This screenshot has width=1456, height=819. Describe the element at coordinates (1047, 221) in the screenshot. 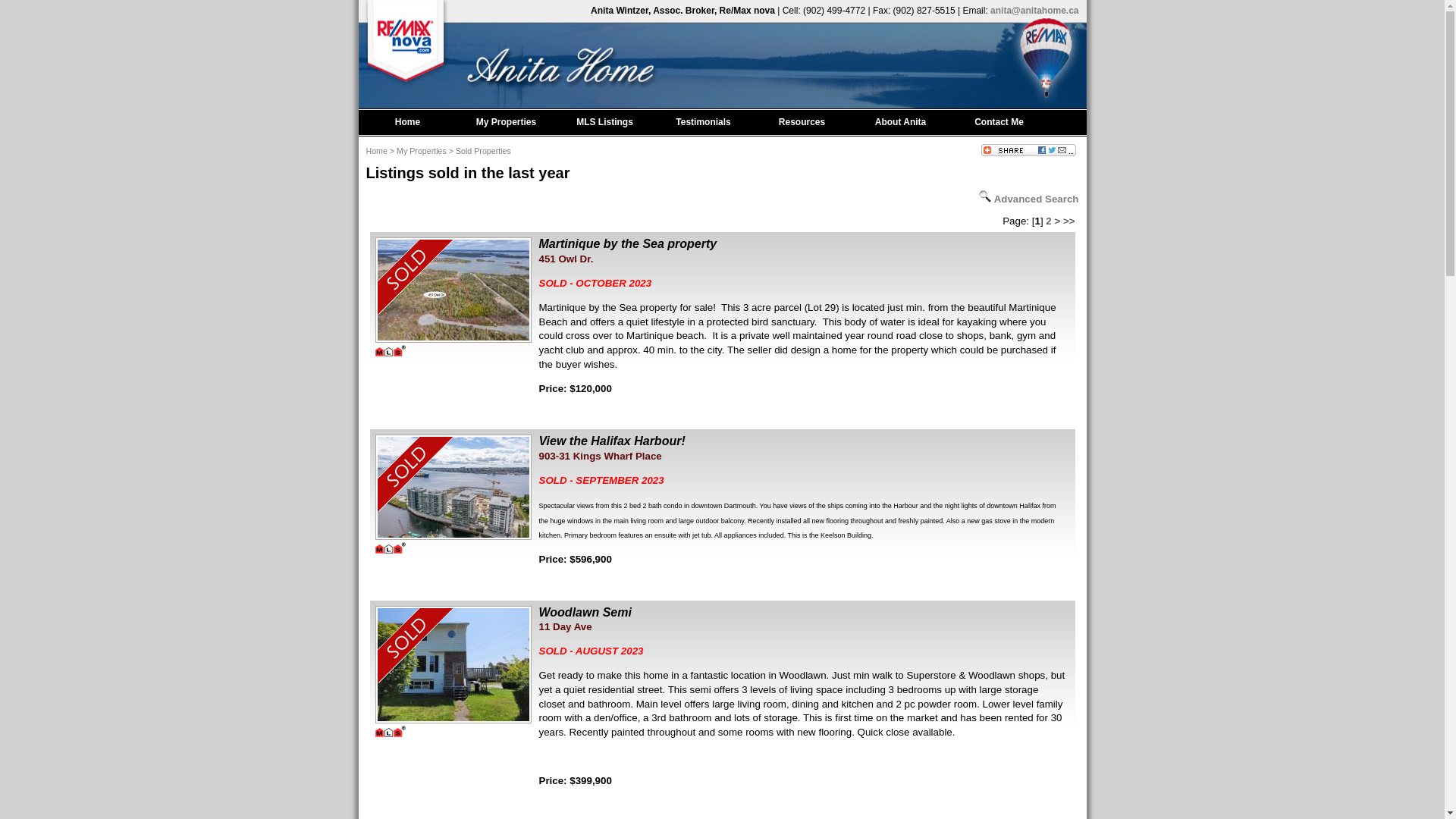

I see `'2'` at that location.